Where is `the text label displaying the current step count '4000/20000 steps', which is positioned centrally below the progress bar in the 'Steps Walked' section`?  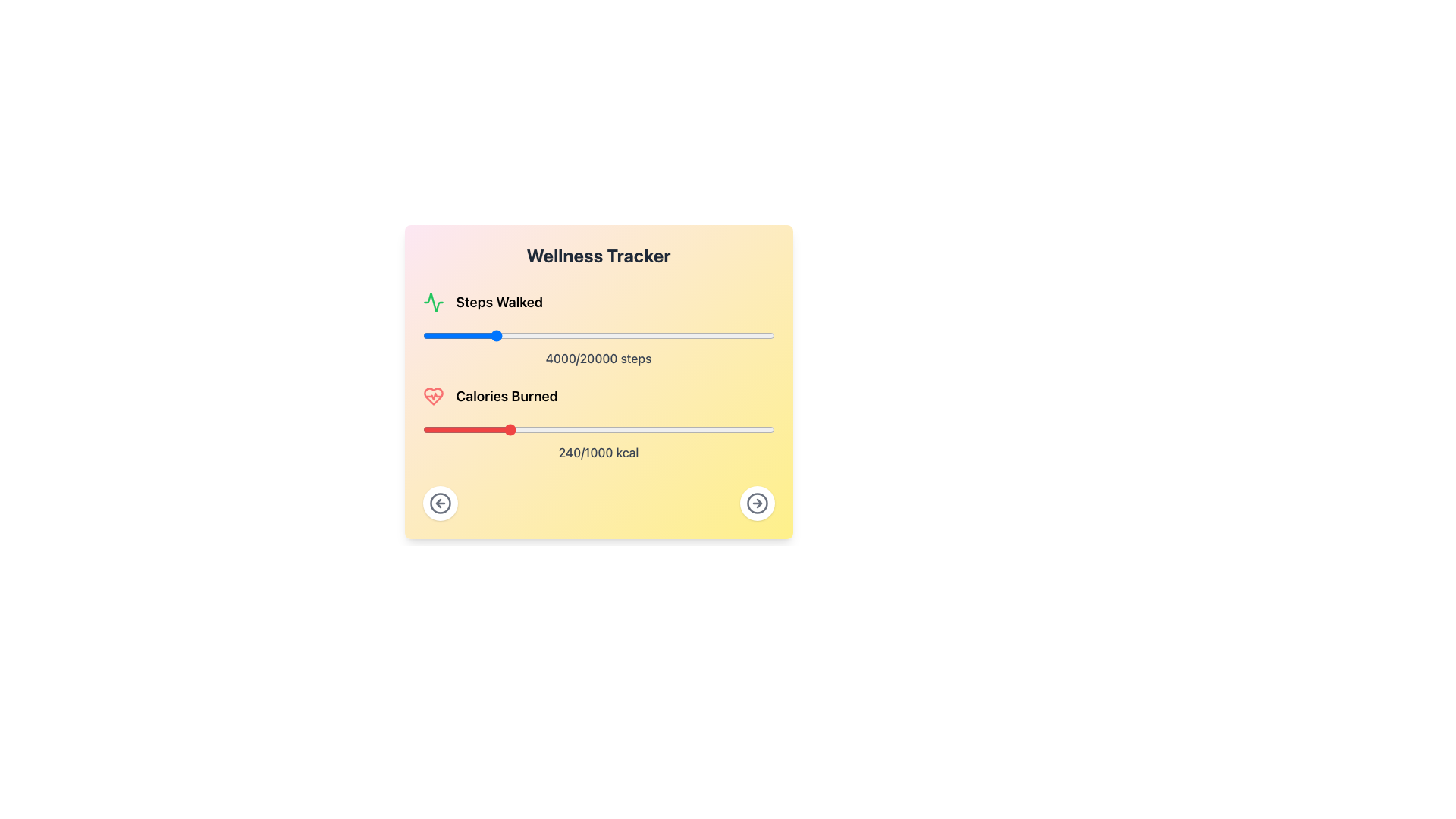 the text label displaying the current step count '4000/20000 steps', which is positioned centrally below the progress bar in the 'Steps Walked' section is located at coordinates (598, 359).